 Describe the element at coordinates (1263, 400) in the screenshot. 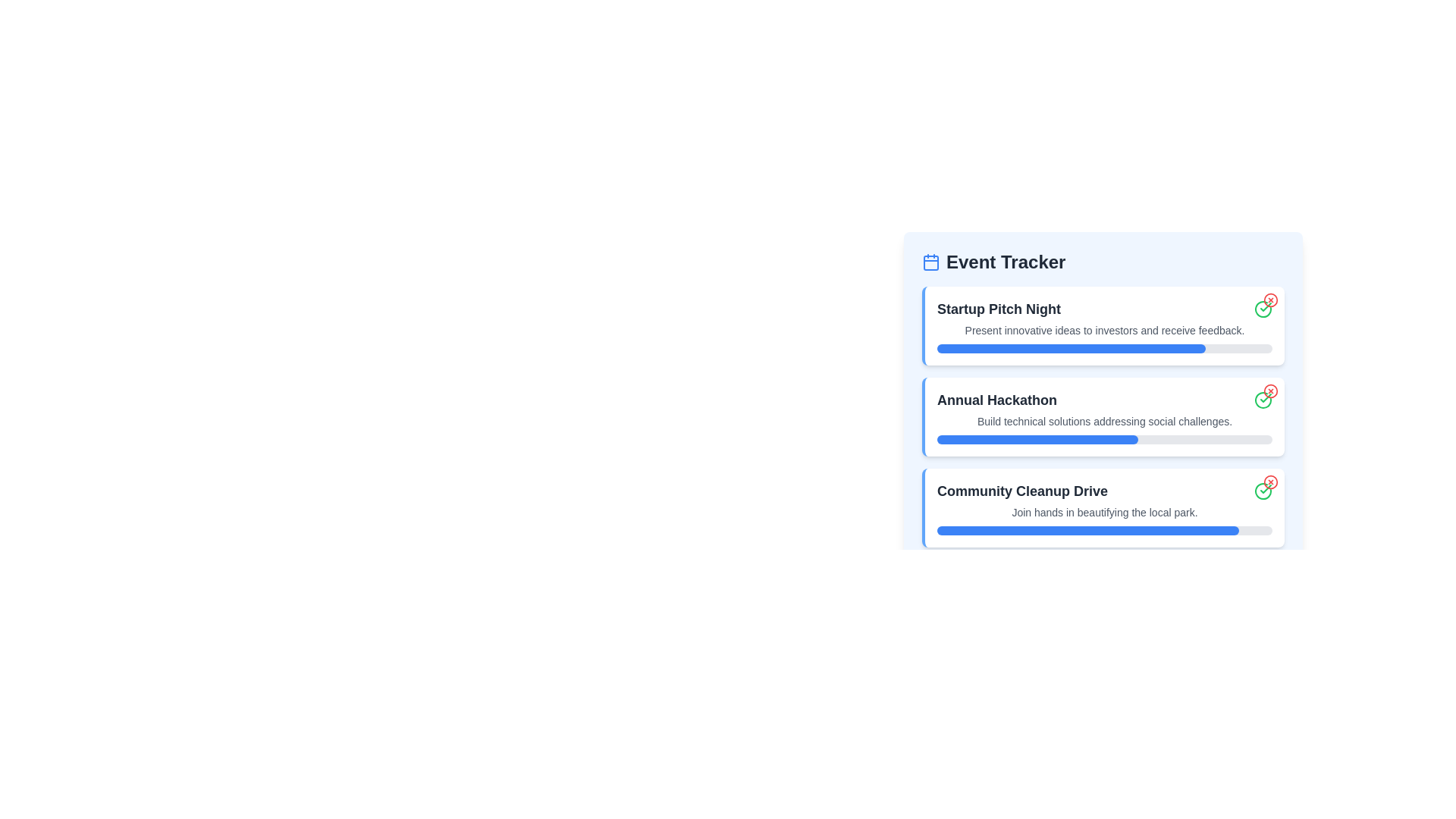

I see `the checkmark icon element within the 'Annual Hackathon' item, which visually indicates a positive state or approval` at that location.